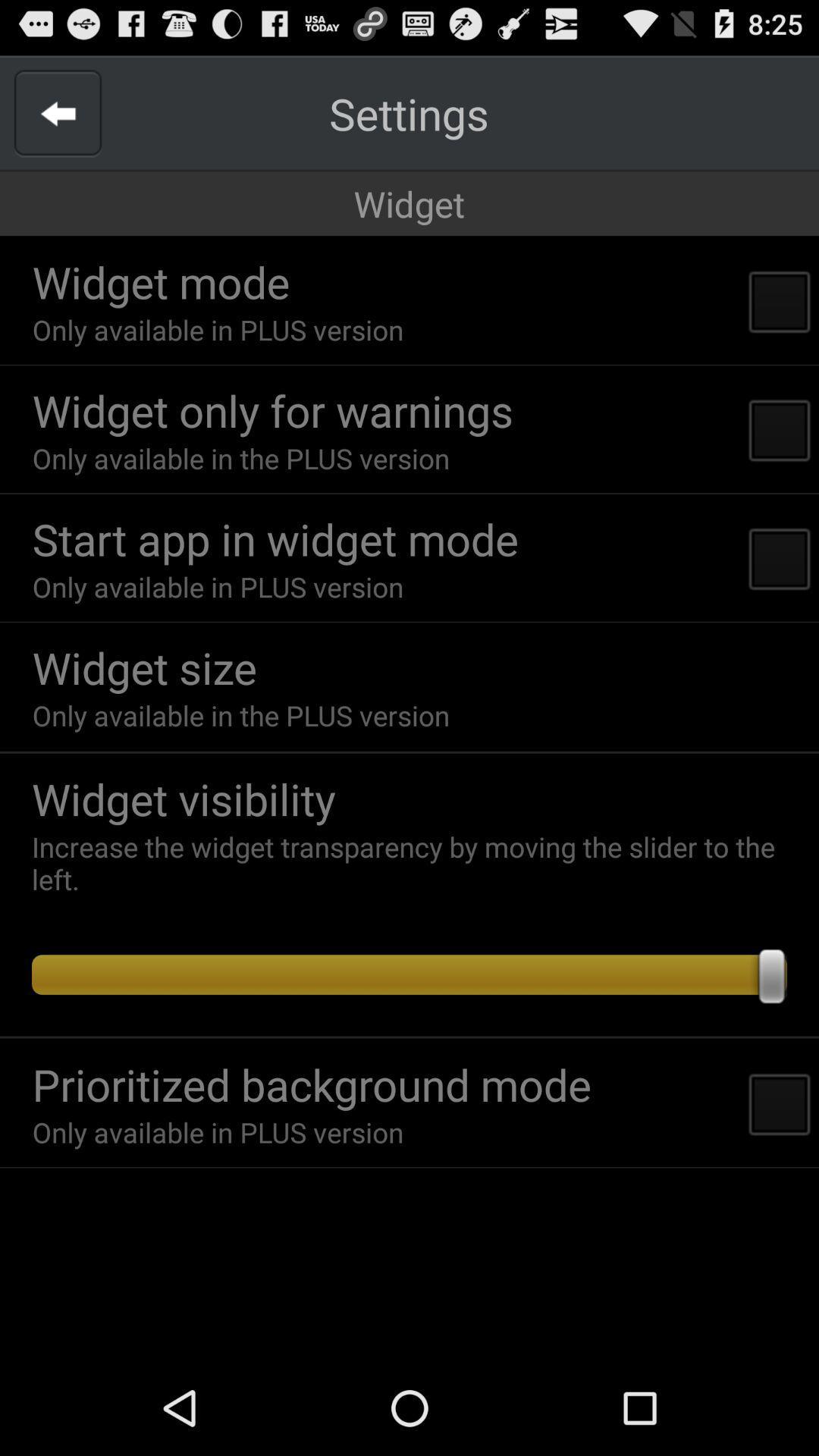 This screenshot has height=1456, width=819. Describe the element at coordinates (409, 752) in the screenshot. I see `the icon below only available in` at that location.